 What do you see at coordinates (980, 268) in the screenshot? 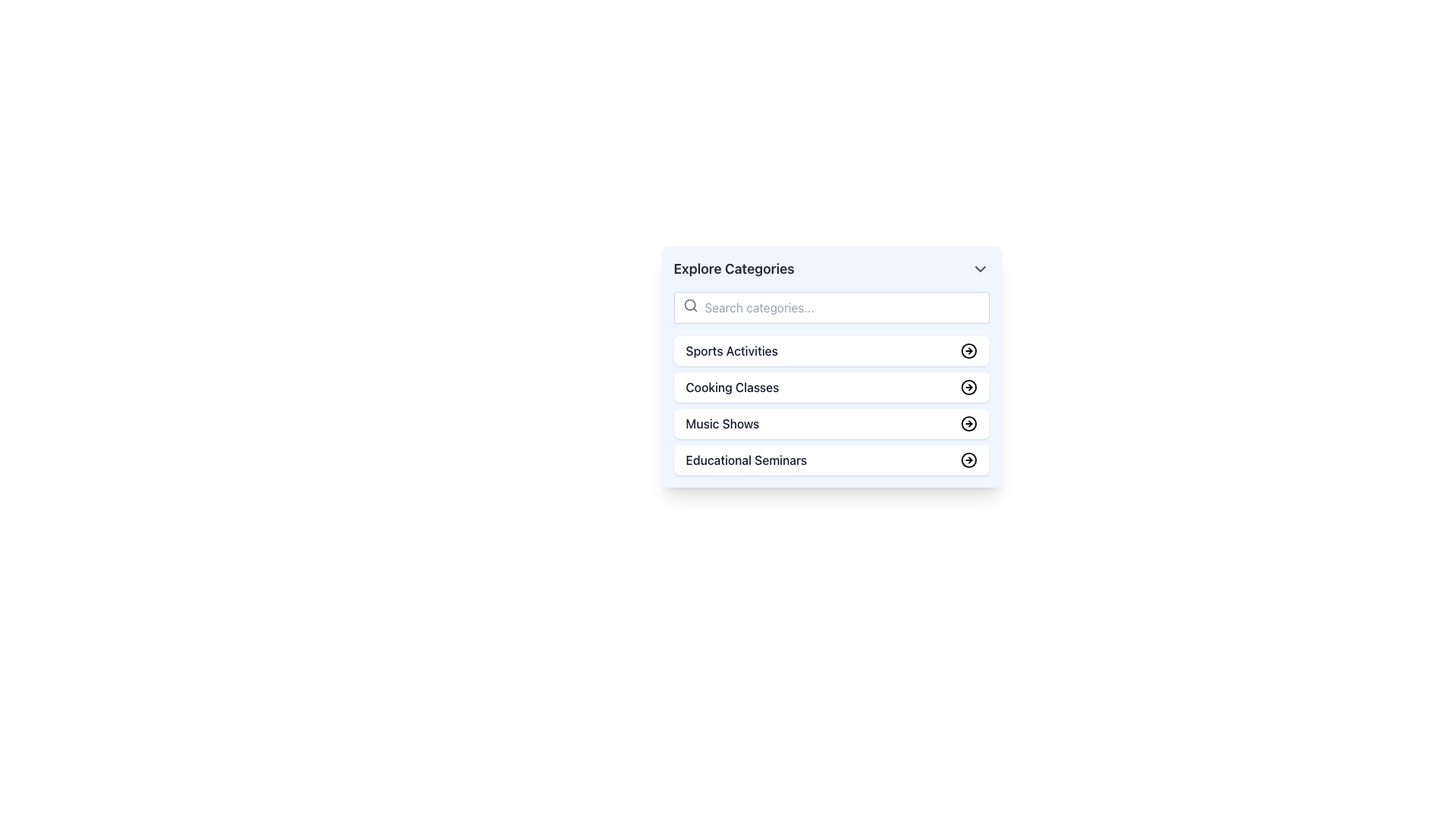
I see `the chevron-down icon in the upper right corner of the 'Explore Categories' section` at bounding box center [980, 268].